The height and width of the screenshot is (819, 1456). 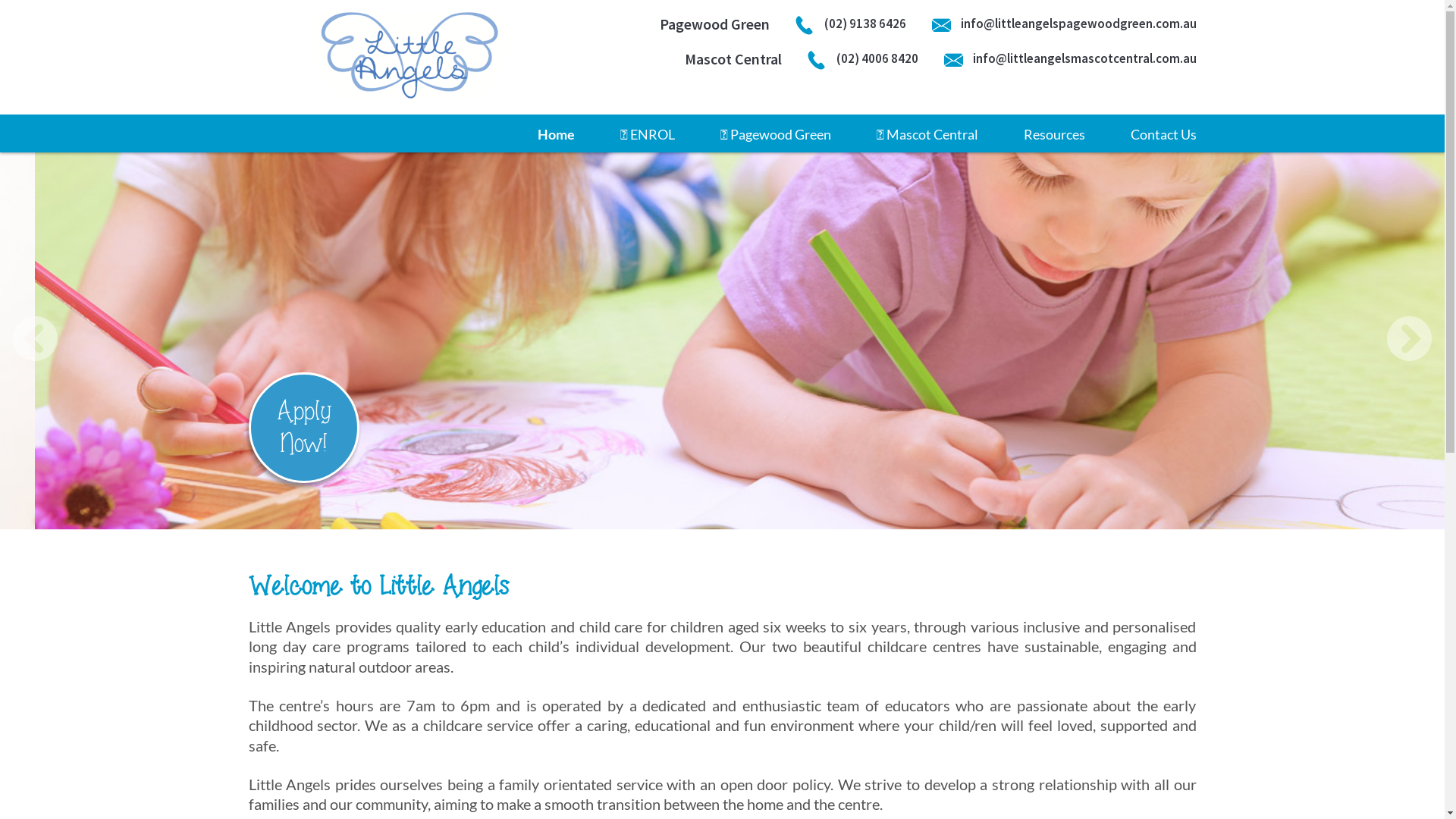 What do you see at coordinates (303, 427) in the screenshot?
I see `'Apply` at bounding box center [303, 427].